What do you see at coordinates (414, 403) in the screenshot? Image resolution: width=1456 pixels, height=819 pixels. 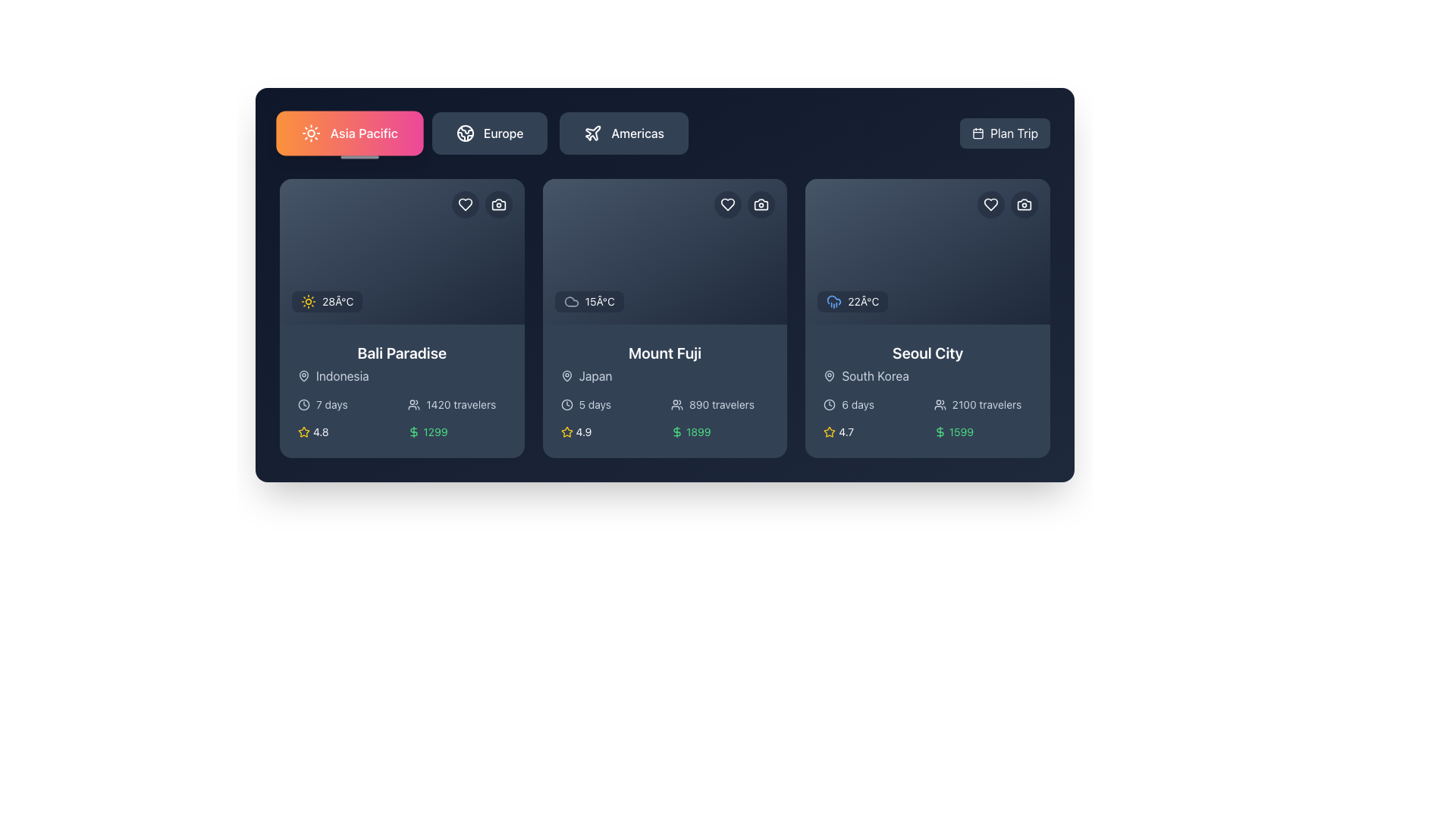 I see `the icon representing '1420 travelers' located to the left of the text within the group below 'Bali Paradise'` at bounding box center [414, 403].